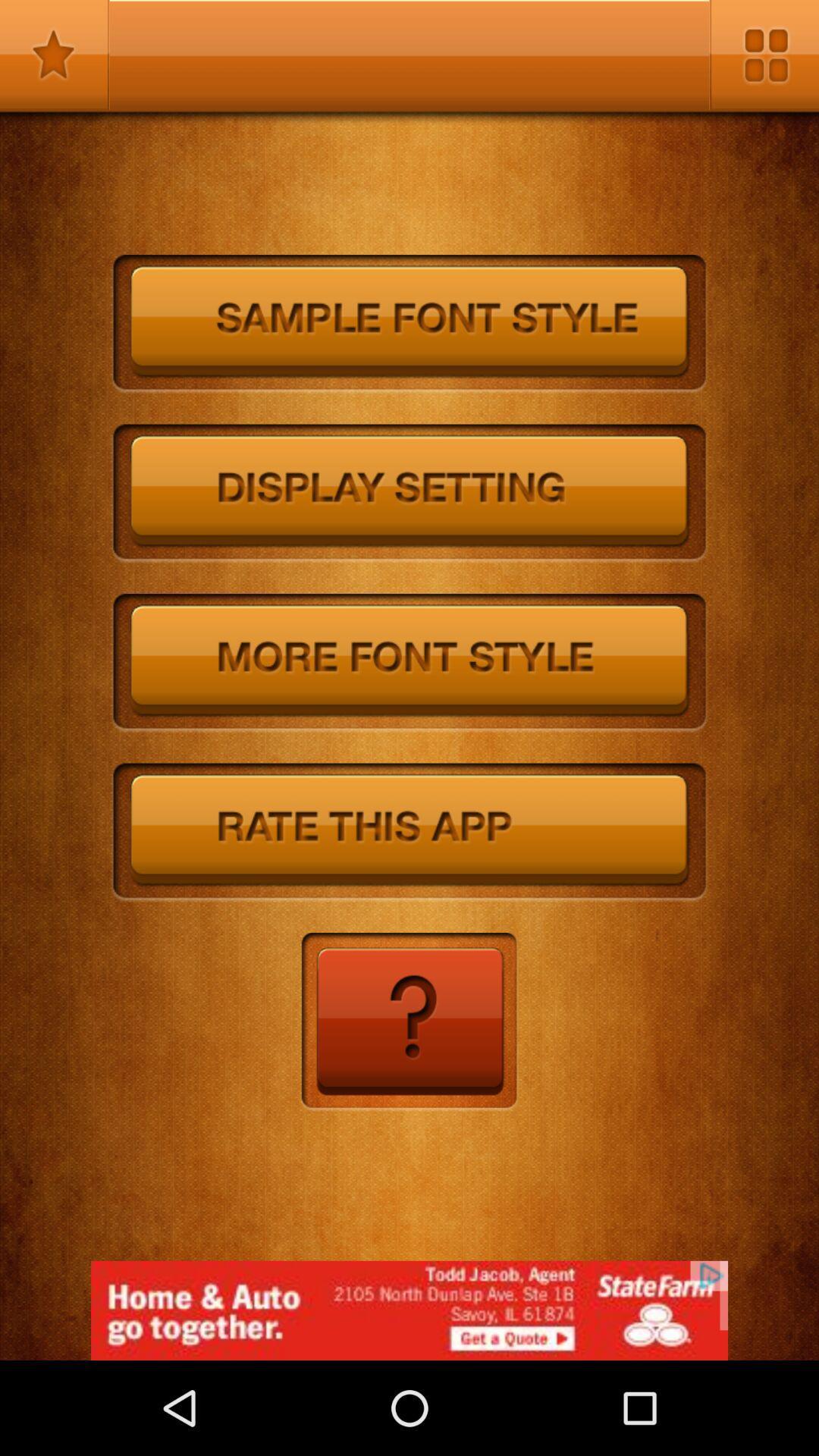  I want to click on open advertisement, so click(409, 1310).